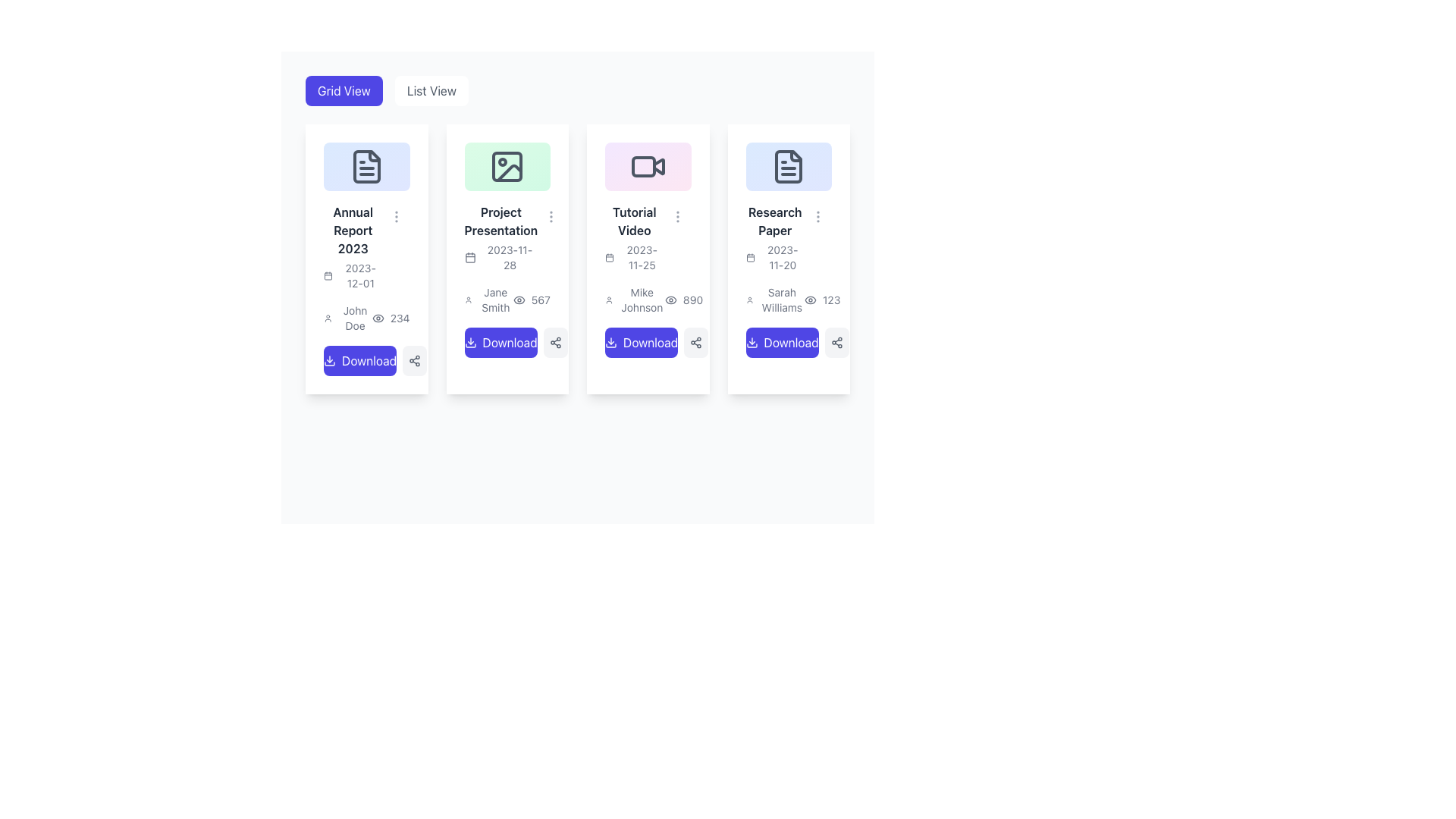 The height and width of the screenshot is (819, 1456). I want to click on the eye-shaped visibility indicator icon located within the fourth content card, to the right of 'Sarah Williams' and left of the numeric text '123', so click(810, 300).